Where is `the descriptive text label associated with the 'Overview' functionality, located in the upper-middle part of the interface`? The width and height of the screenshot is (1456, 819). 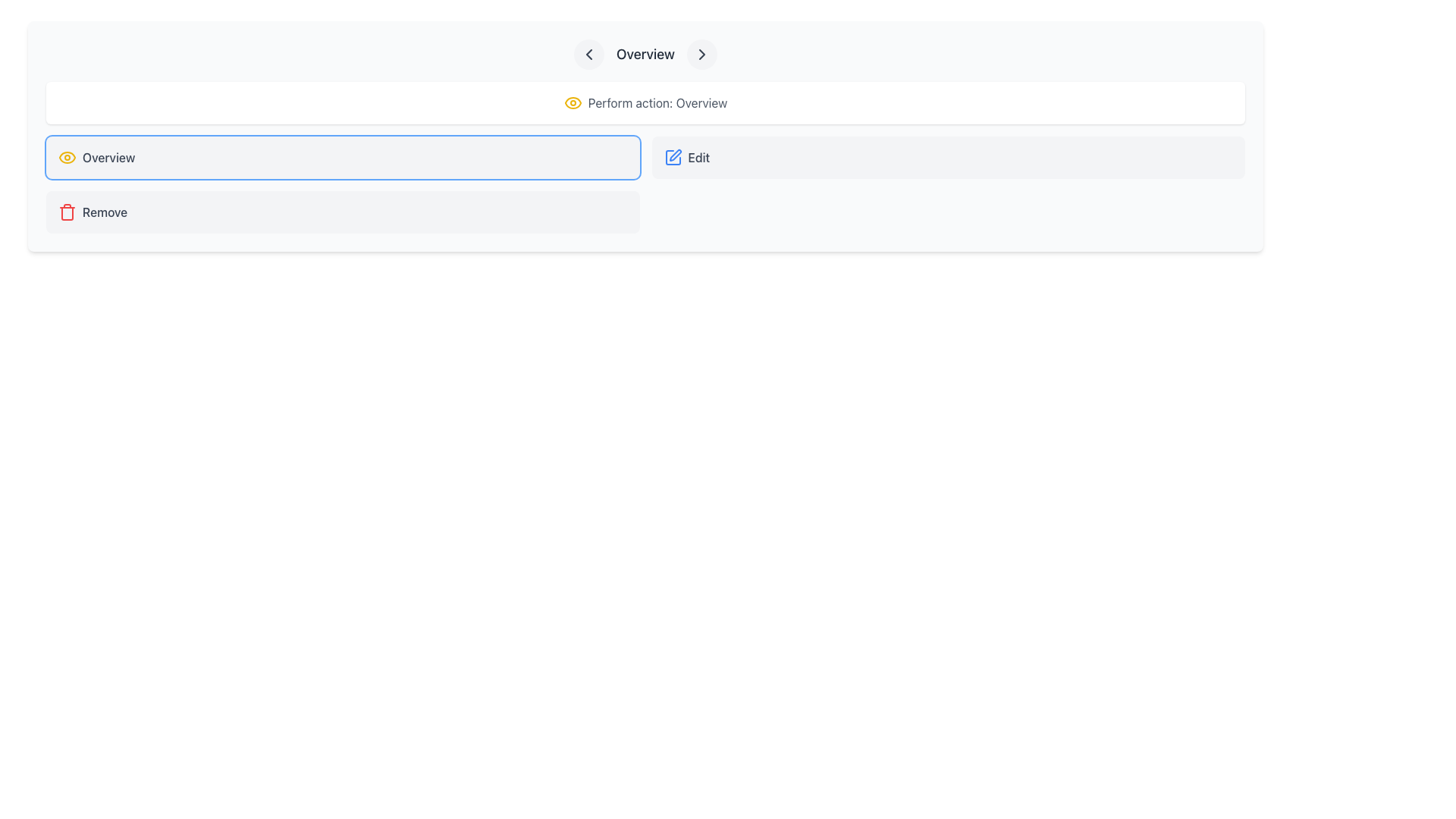
the descriptive text label associated with the 'Overview' functionality, located in the upper-middle part of the interface is located at coordinates (657, 102).